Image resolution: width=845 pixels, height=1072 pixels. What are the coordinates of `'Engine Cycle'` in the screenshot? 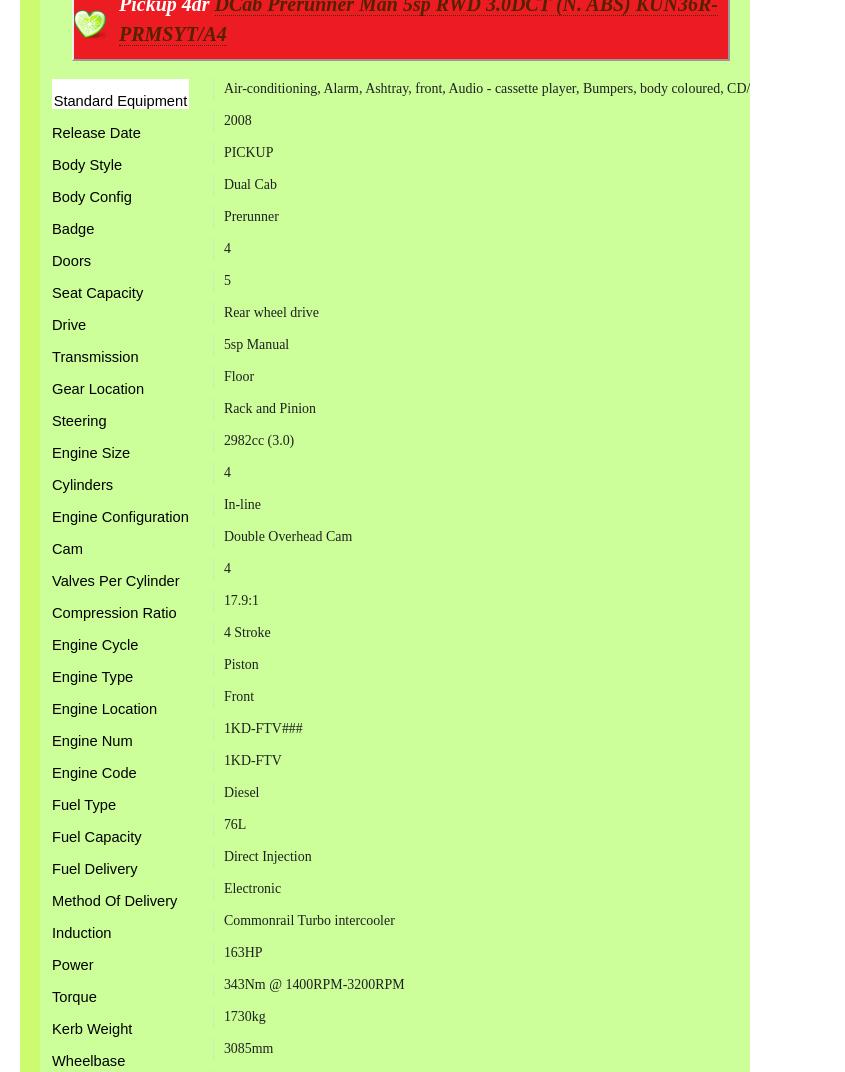 It's located at (50, 645).